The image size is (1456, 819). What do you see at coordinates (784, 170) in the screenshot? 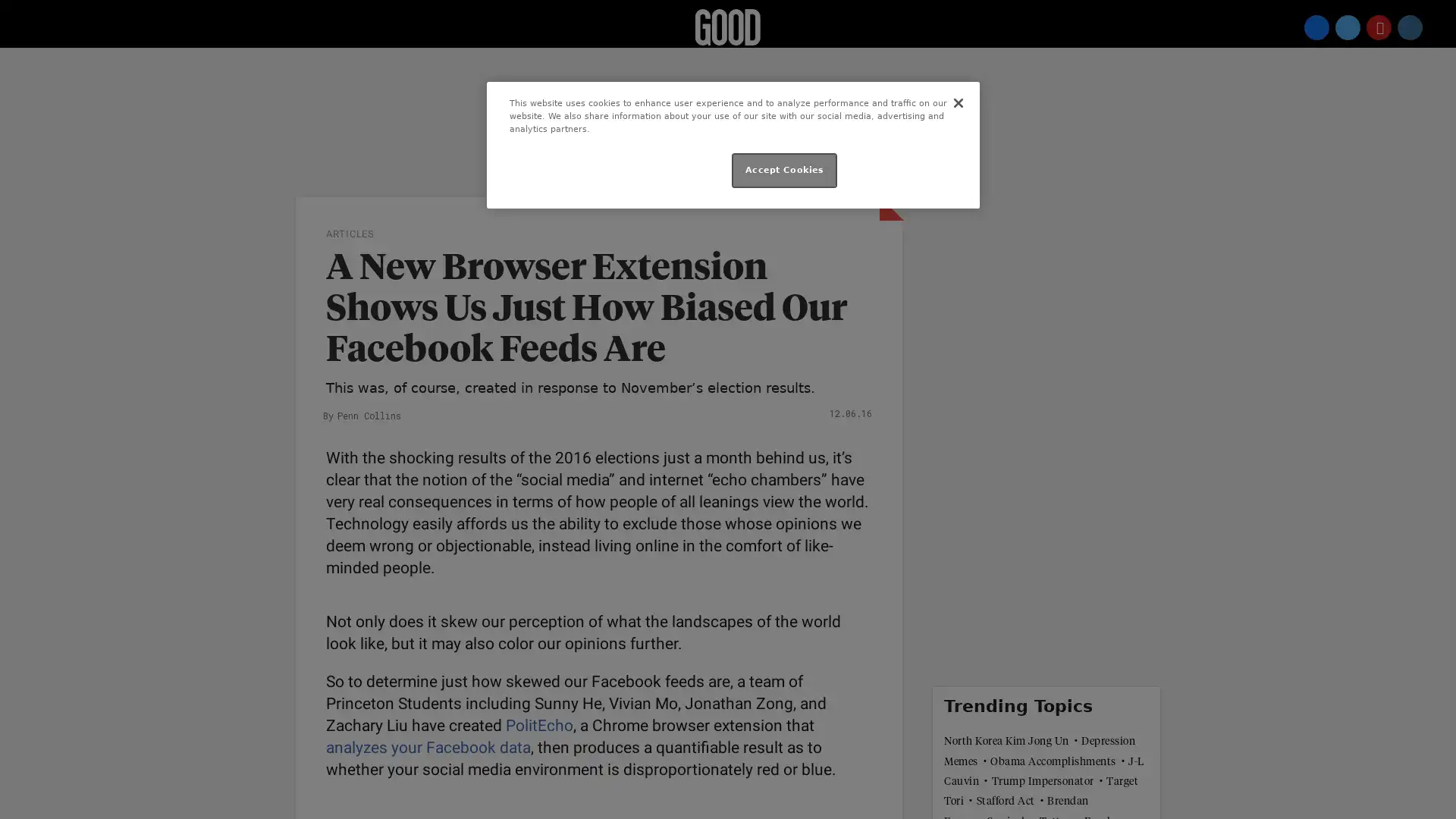
I see `Accept Cookies` at bounding box center [784, 170].